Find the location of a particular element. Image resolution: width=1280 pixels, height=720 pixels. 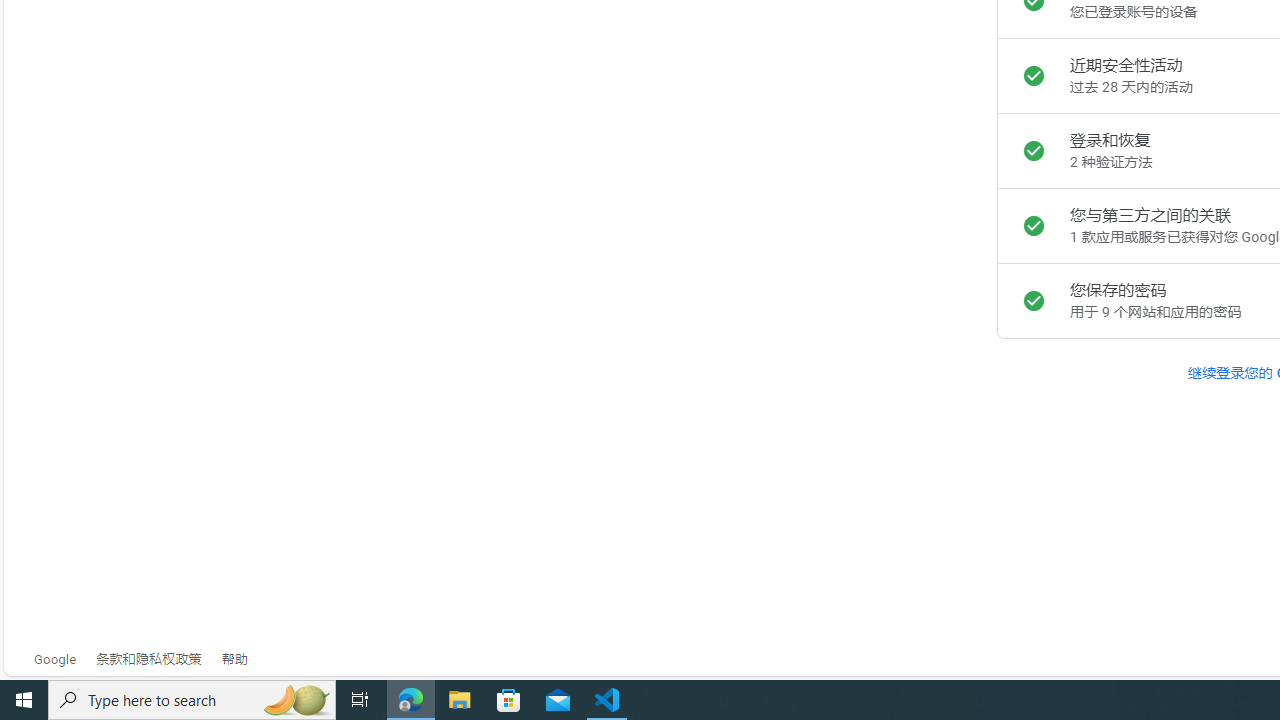

'Microsoft Store' is located at coordinates (509, 698).